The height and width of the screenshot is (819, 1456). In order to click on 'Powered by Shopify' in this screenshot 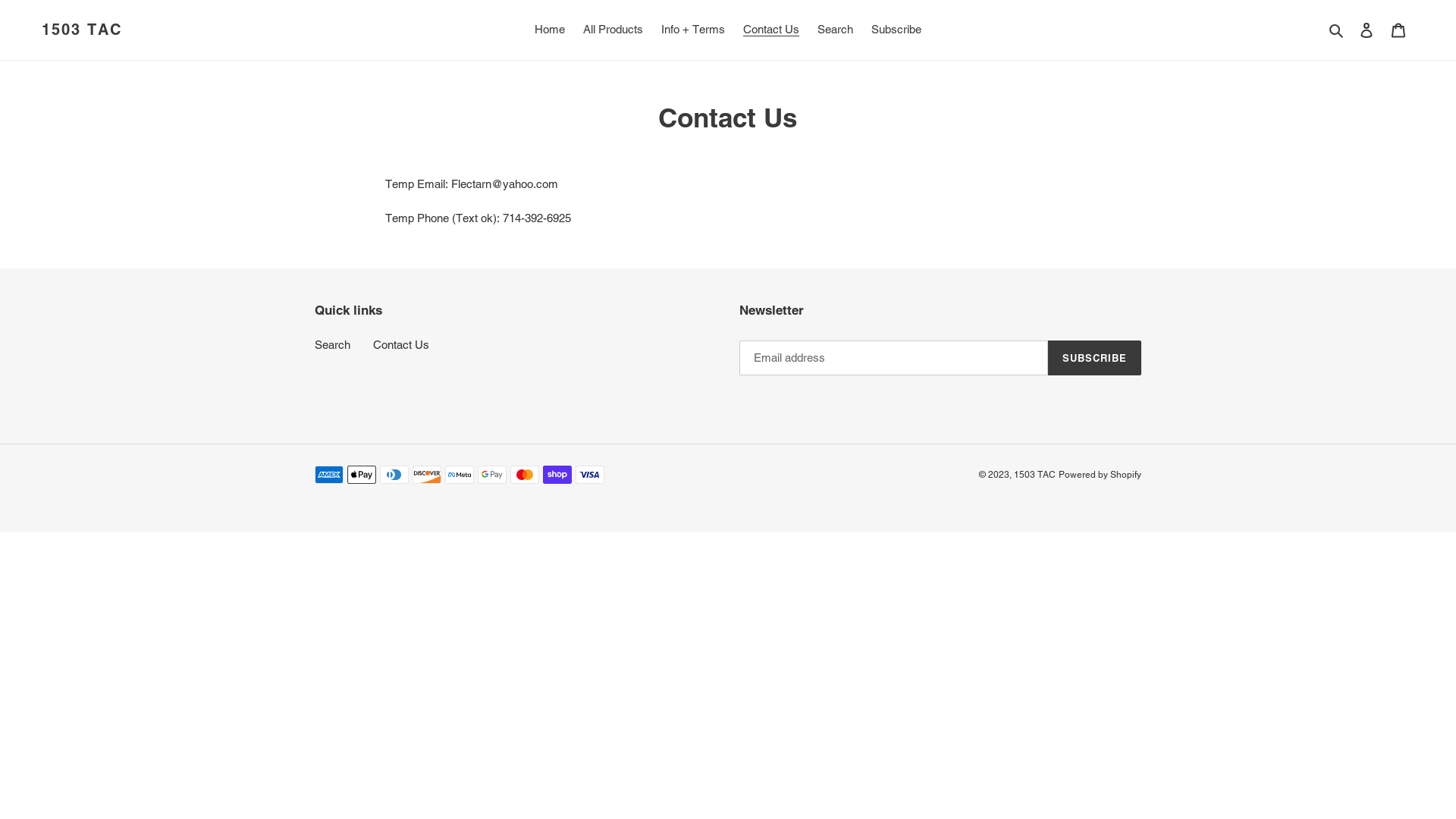, I will do `click(1100, 473)`.